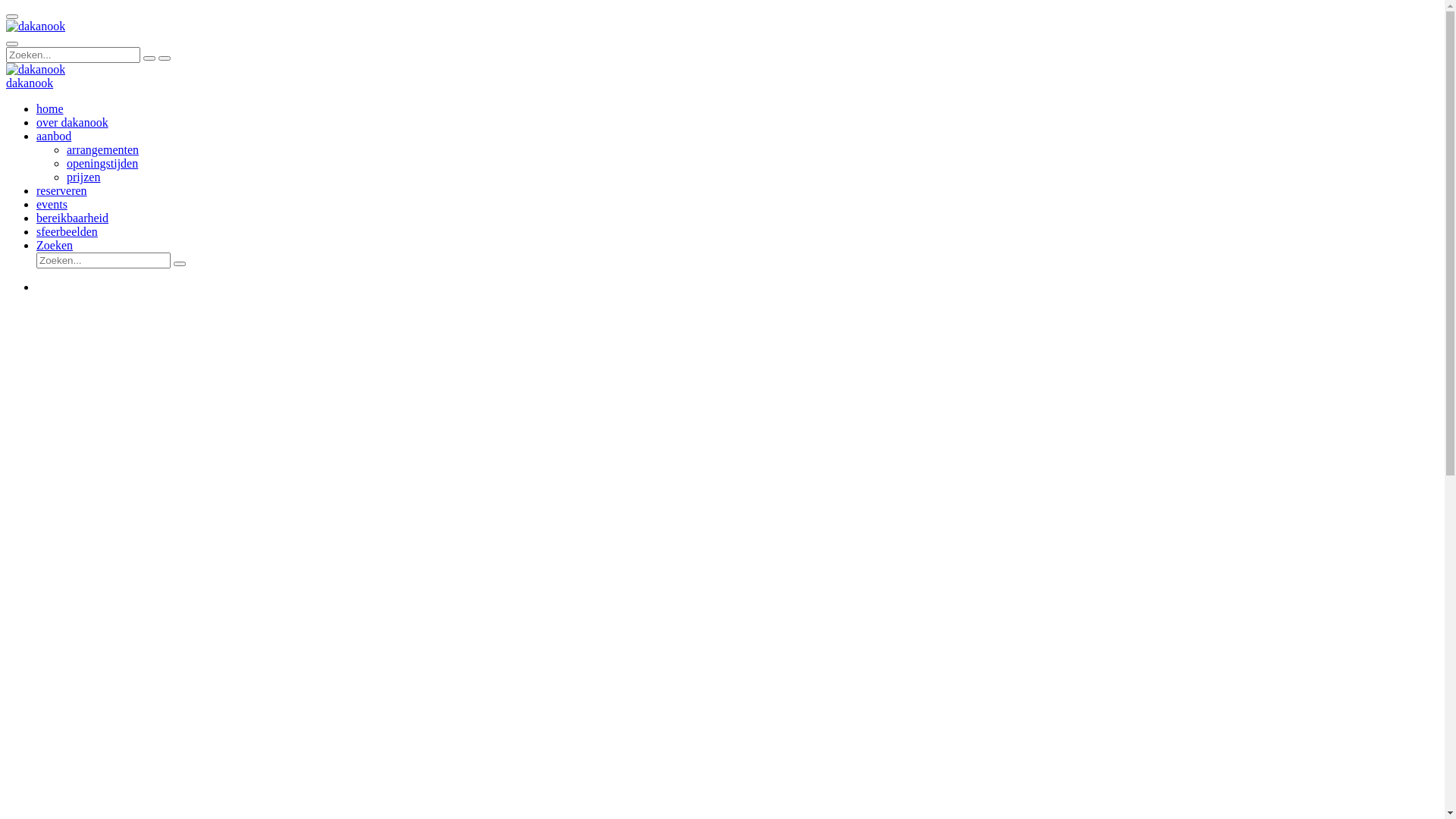  I want to click on 'dakanook', so click(6, 83).